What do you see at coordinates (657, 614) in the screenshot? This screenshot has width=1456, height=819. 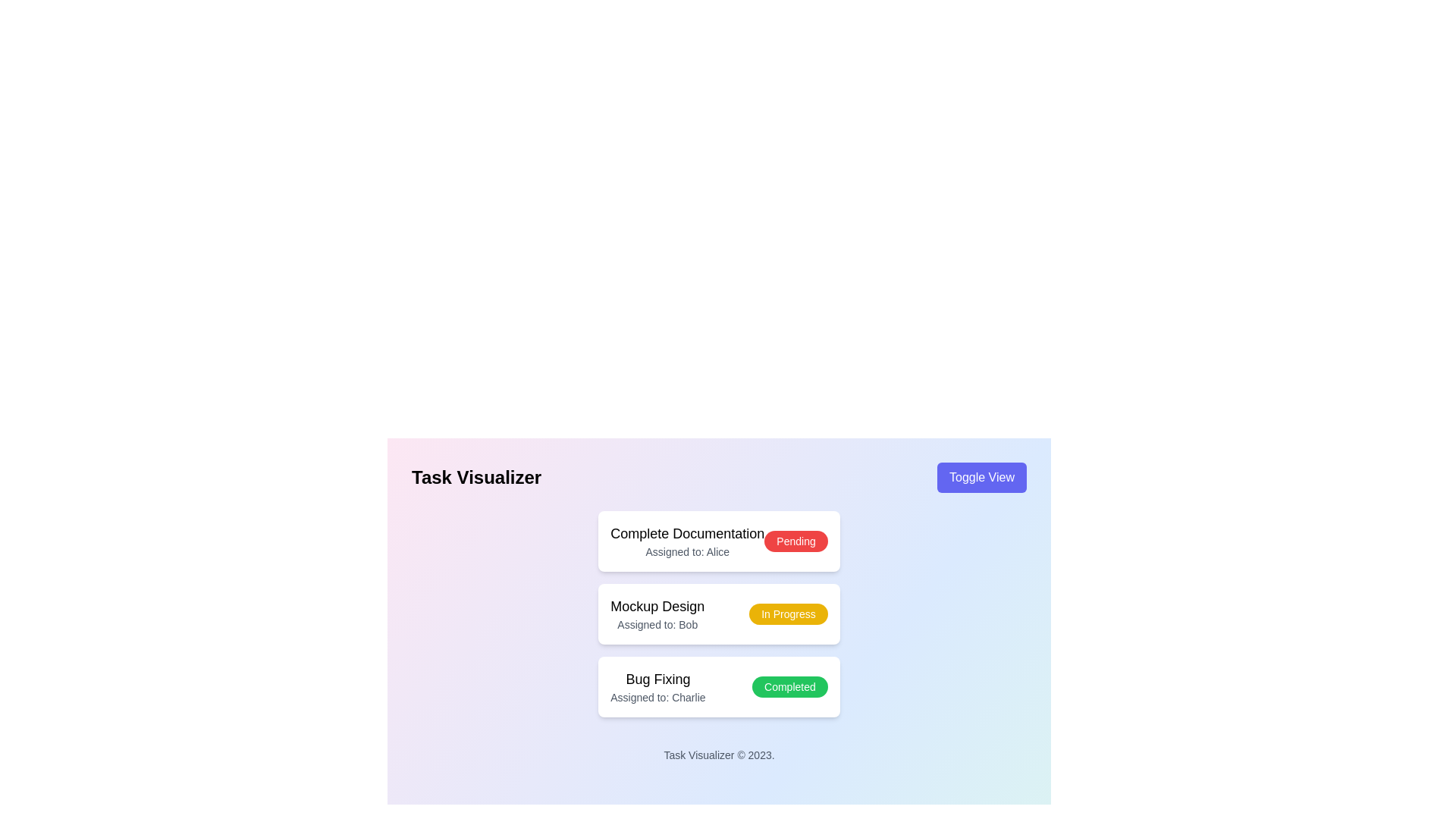 I see `text content of the task block displaying 'Mockup Design' and assigned to 'Bob', which is located in the second task card of three in a vertical list` at bounding box center [657, 614].